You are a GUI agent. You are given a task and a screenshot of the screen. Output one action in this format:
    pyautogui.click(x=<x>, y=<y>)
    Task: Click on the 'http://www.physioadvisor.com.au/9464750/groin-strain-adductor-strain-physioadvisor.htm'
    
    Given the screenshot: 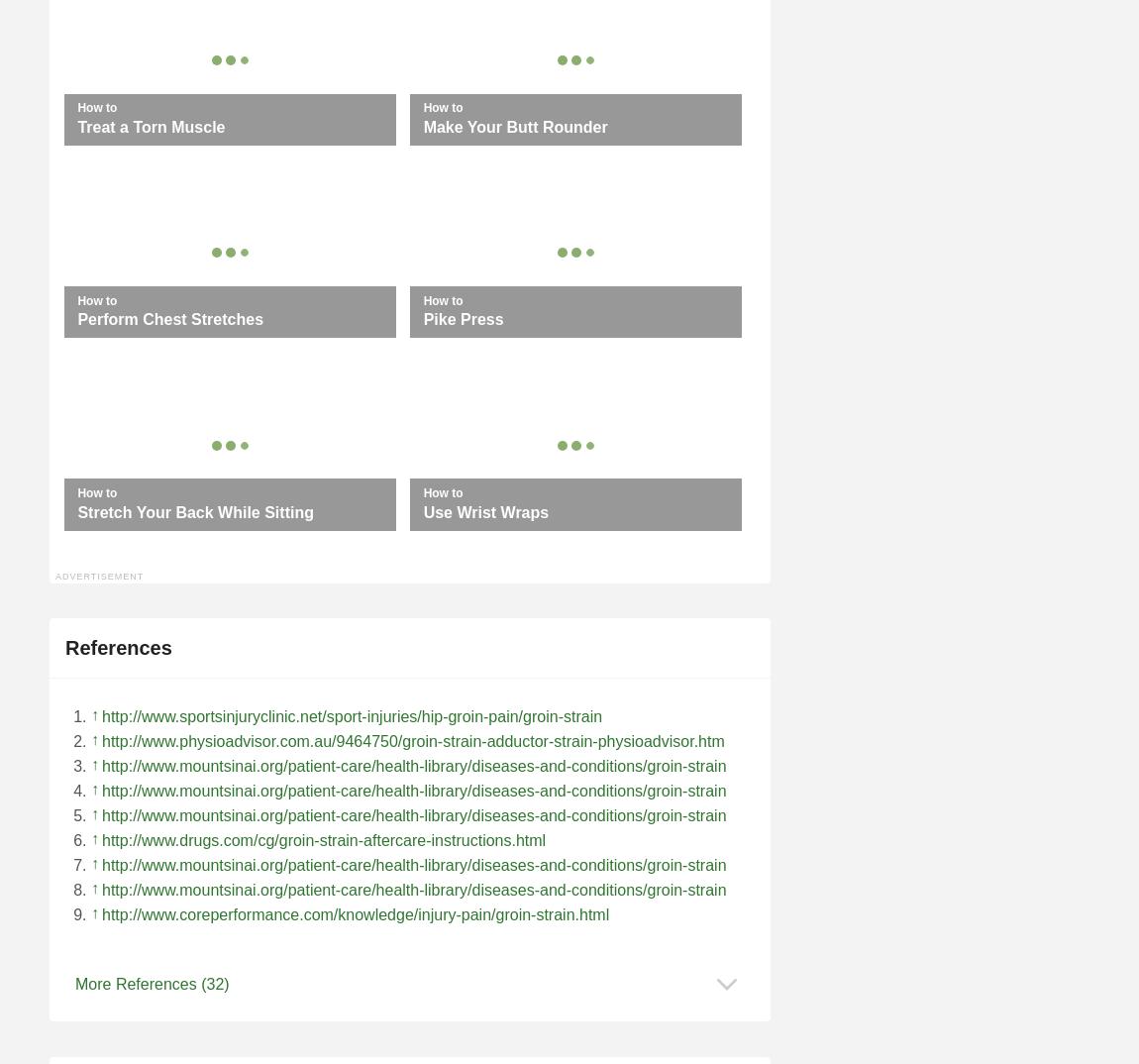 What is the action you would take?
    pyautogui.click(x=412, y=740)
    